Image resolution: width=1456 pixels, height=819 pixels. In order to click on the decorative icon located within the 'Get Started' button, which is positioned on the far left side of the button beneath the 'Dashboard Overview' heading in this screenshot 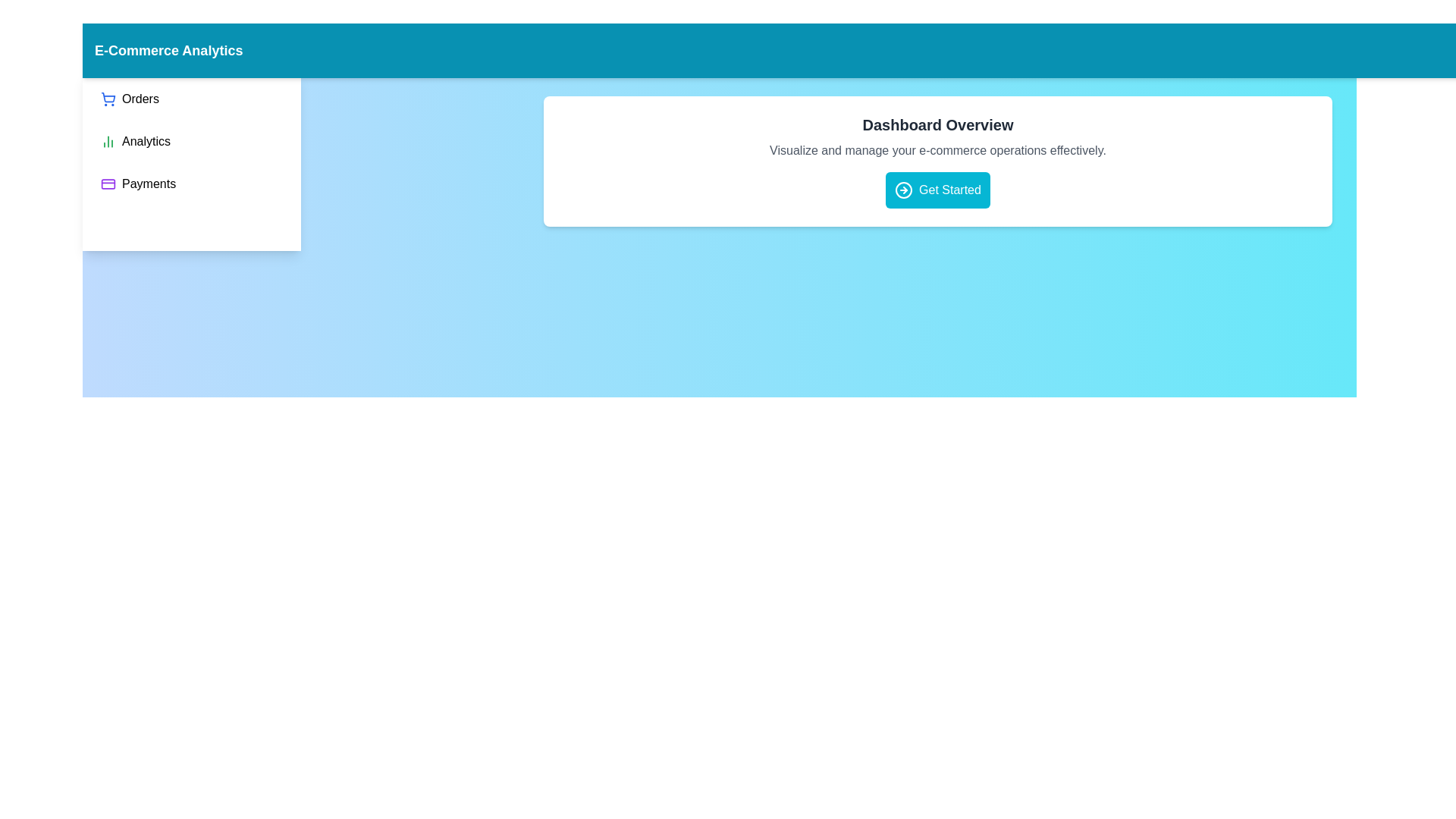, I will do `click(904, 189)`.